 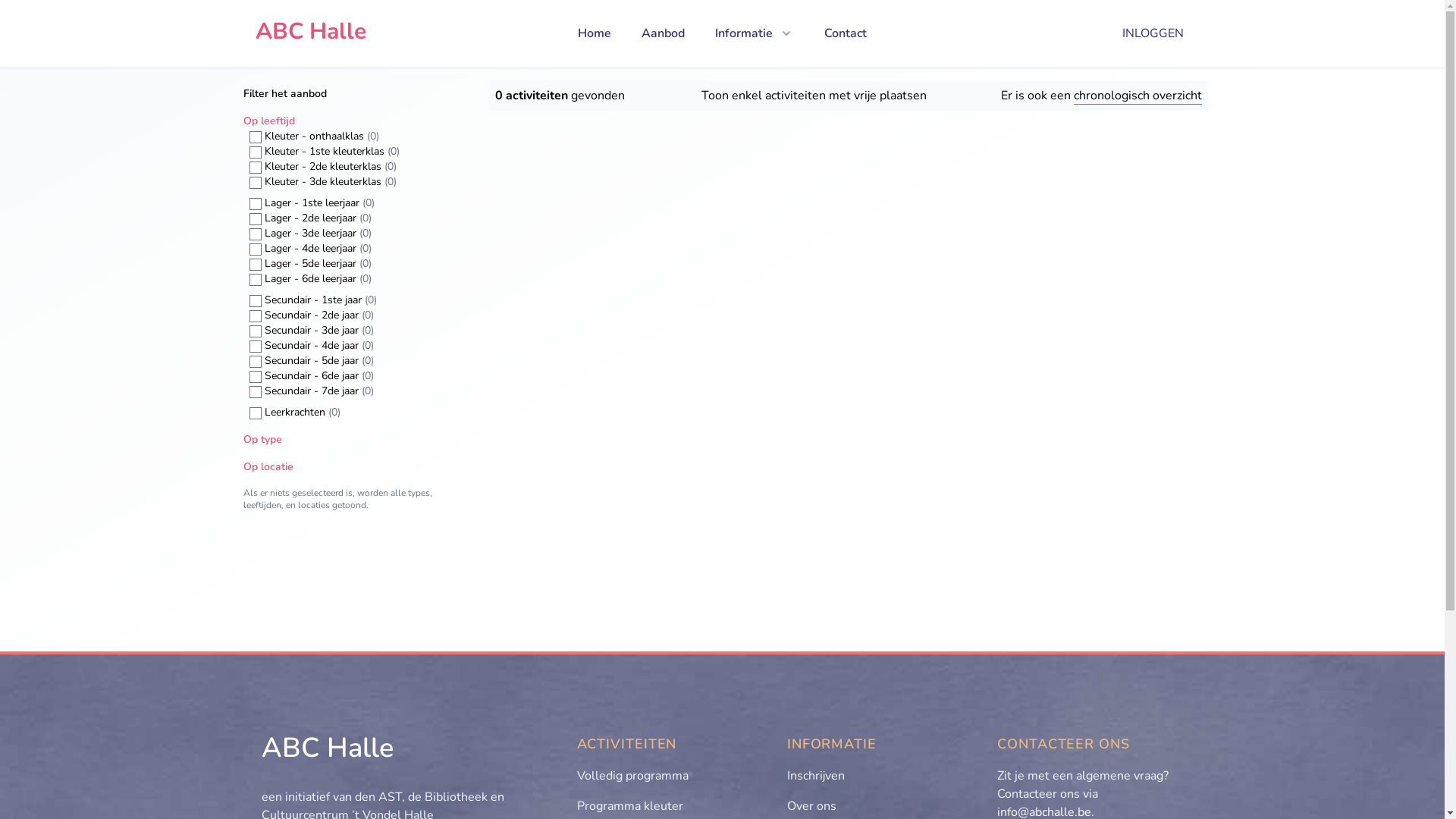 What do you see at coordinates (663, 33) in the screenshot?
I see `'Aanbod'` at bounding box center [663, 33].